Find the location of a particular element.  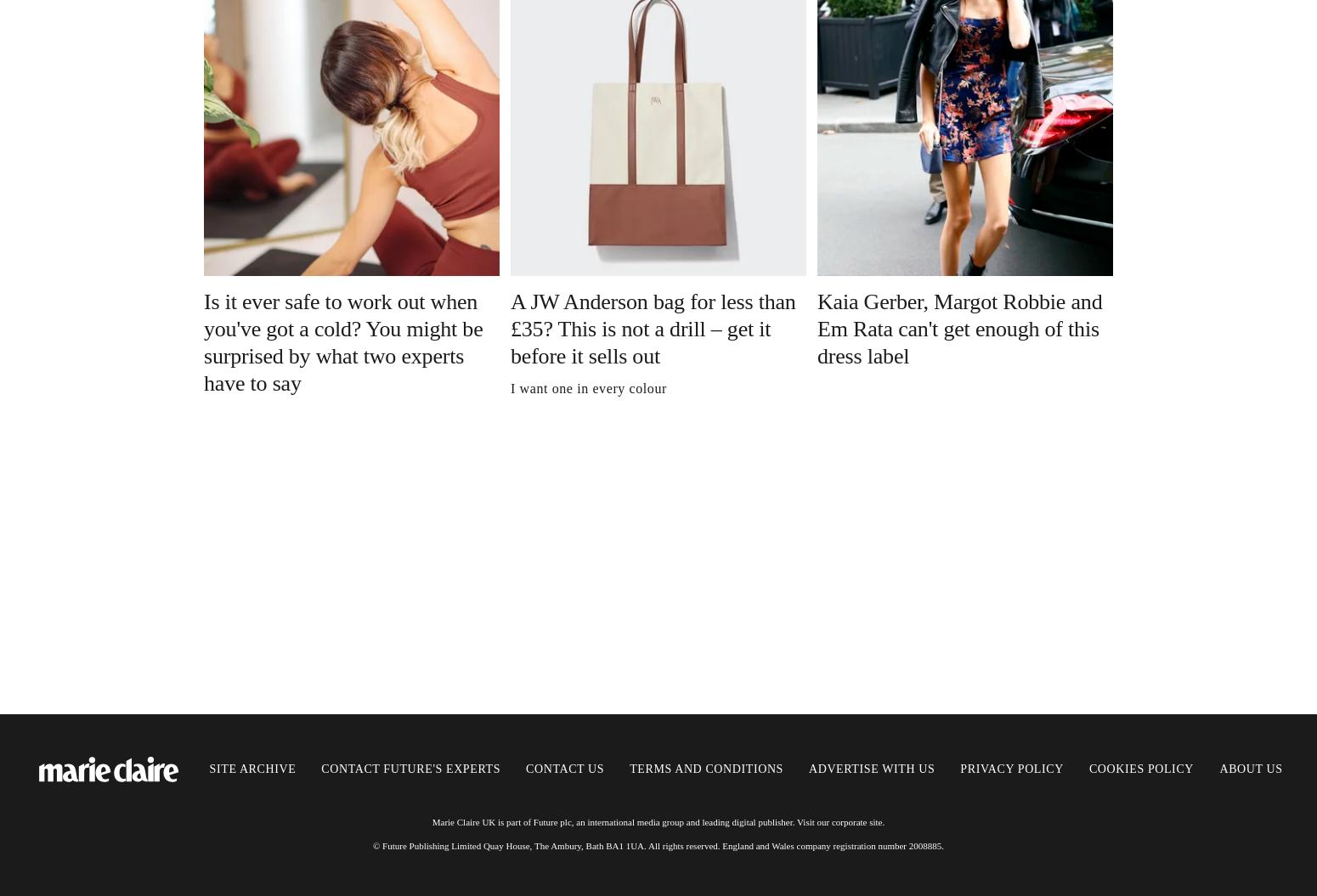

'I want one in every colour' is located at coordinates (587, 387).